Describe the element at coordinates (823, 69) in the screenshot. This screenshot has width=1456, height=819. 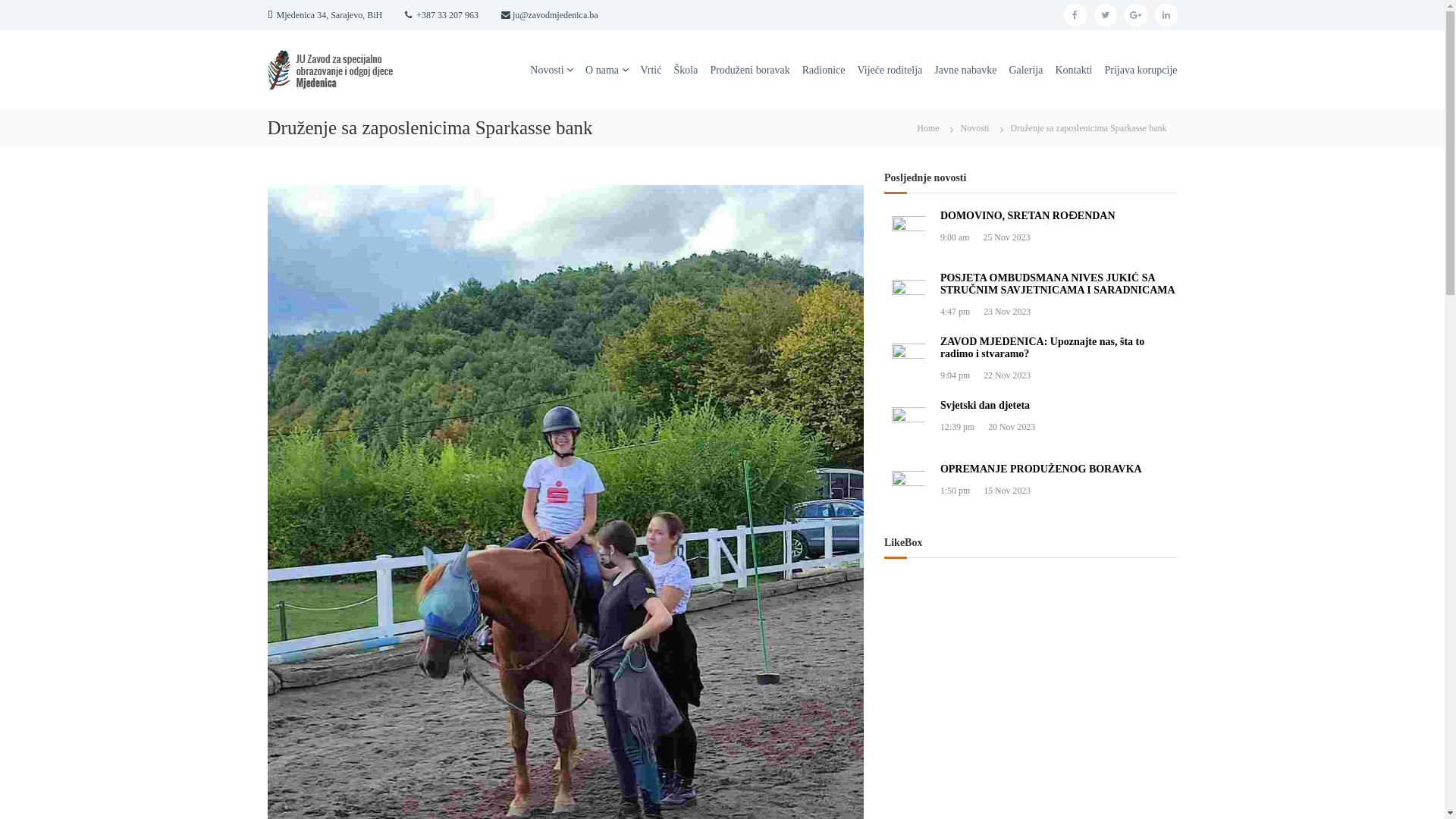
I see `'Radionice'` at that location.